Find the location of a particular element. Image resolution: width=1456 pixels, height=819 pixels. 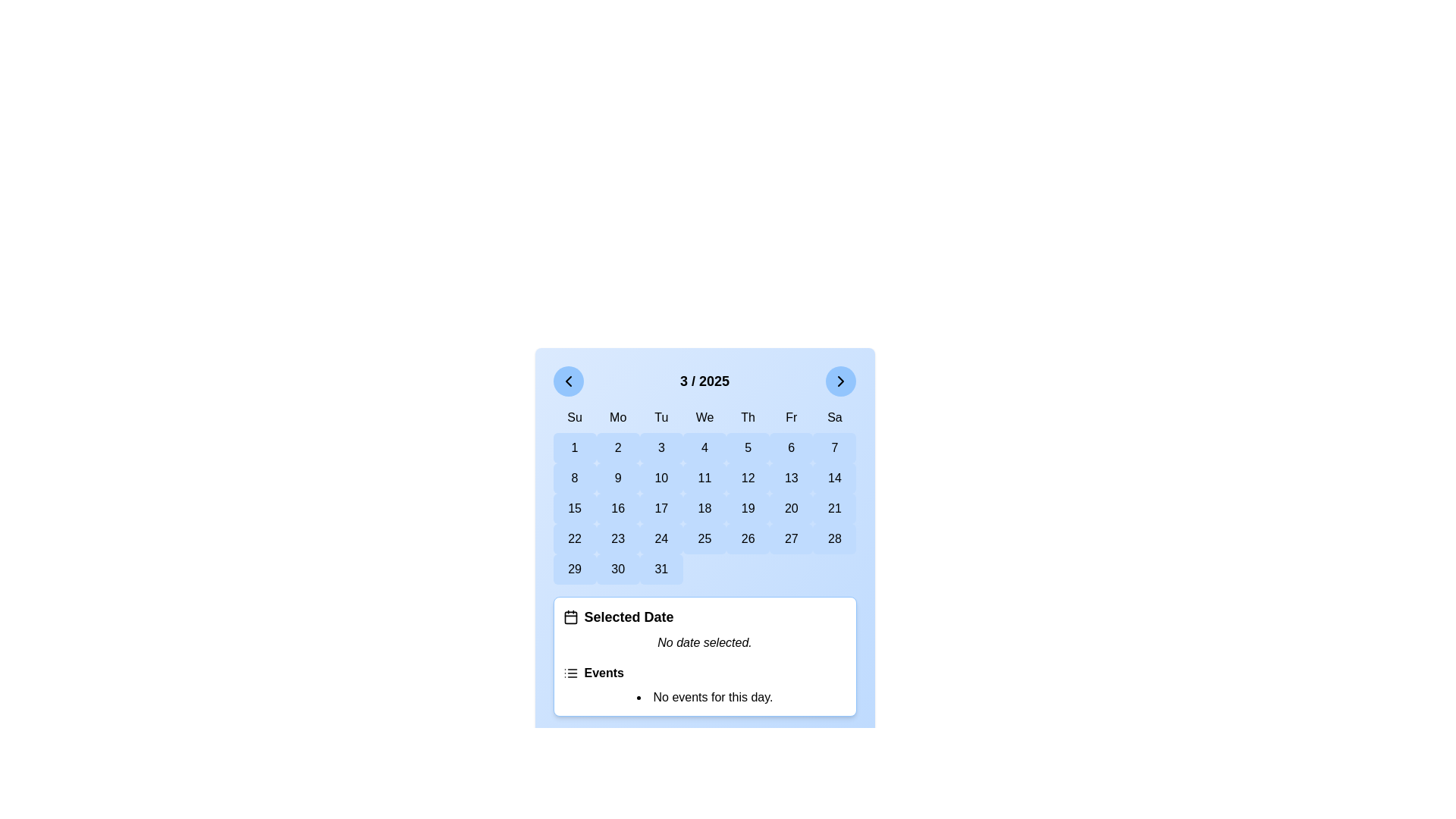

the date '1' button in the calendar interface is located at coordinates (574, 447).